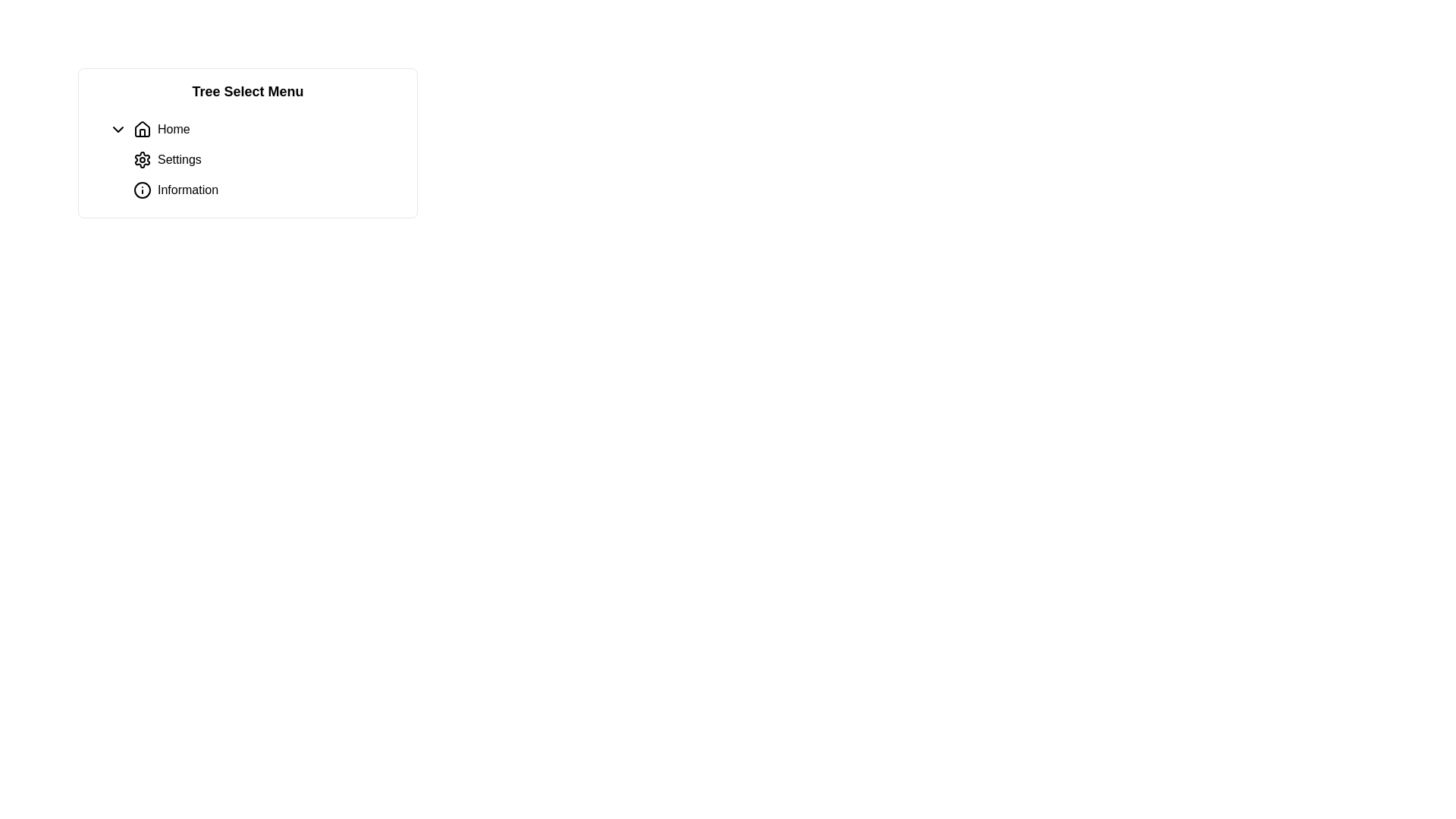 Image resolution: width=1456 pixels, height=819 pixels. I want to click on the second menu item labeled 'Information' within the 'Tree Select Menu', so click(265, 189).